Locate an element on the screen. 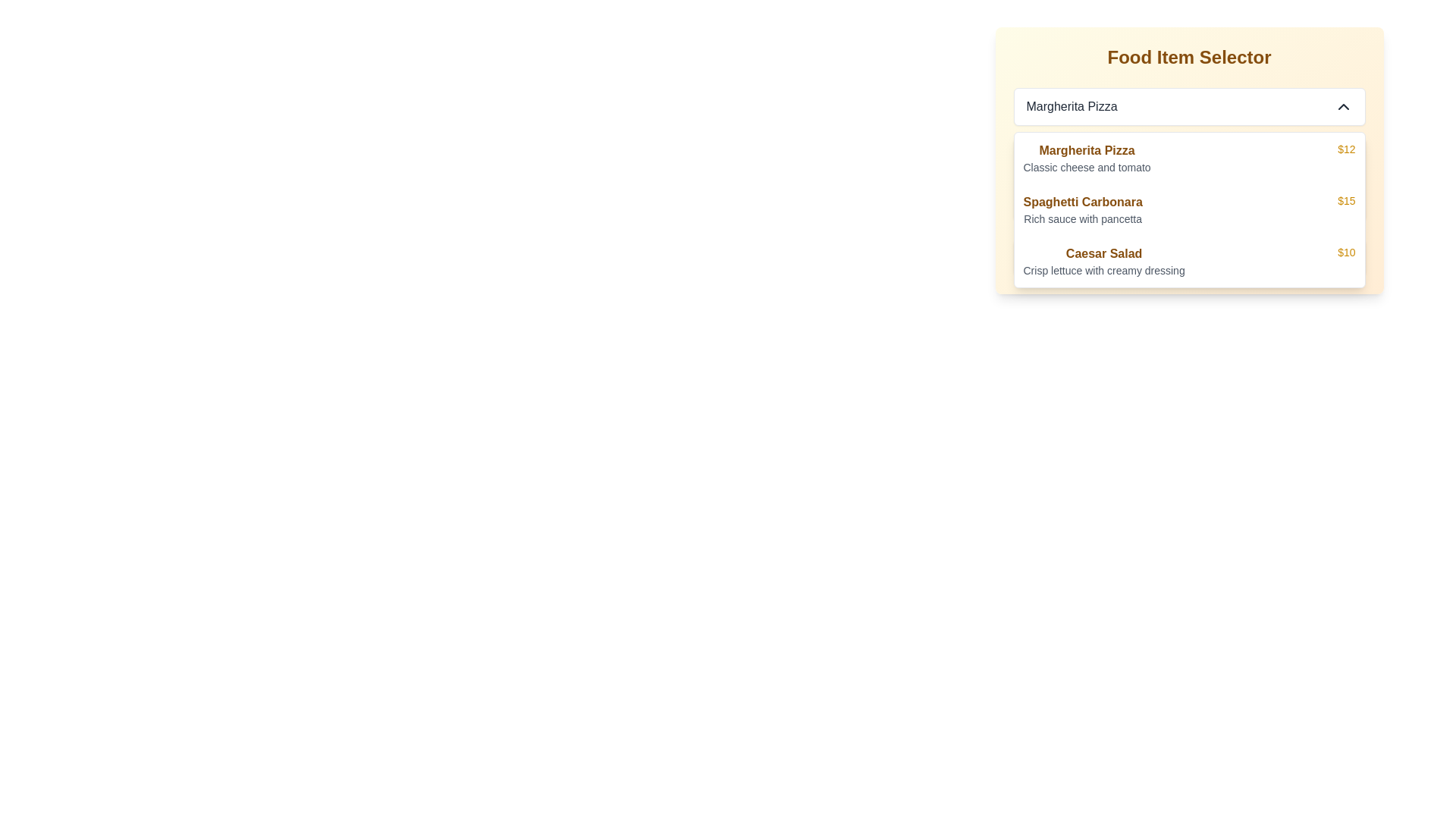  the text label displaying 'Margherita Pizza', located near the top left of the food items list is located at coordinates (1071, 106).